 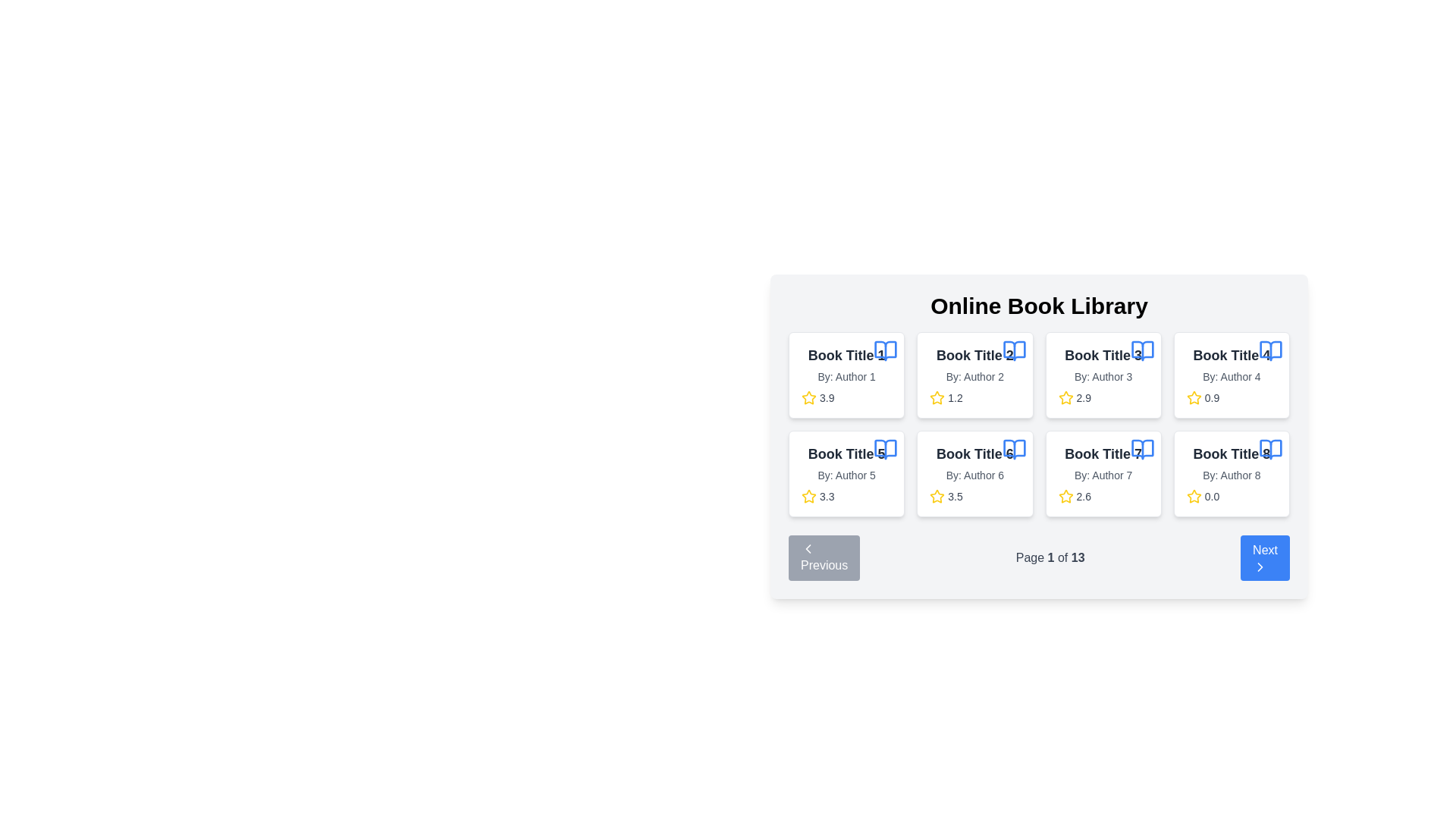 I want to click on the Open Book icon located in the upper right corner of the 'Book Title 7' card, so click(x=1142, y=449).